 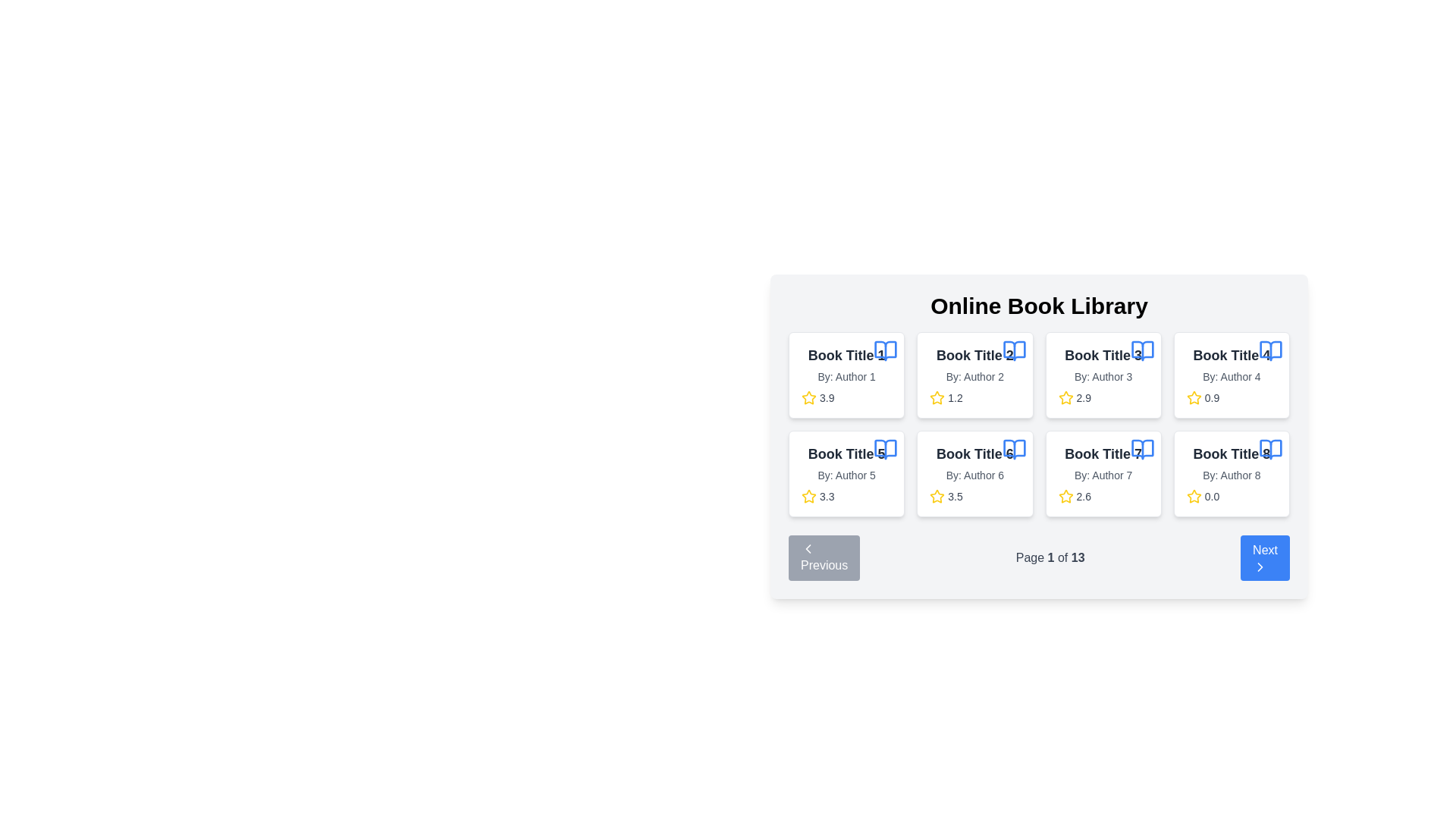 I want to click on the Open Book icon located in the upper right corner of the 'Book Title 7' card, so click(x=1142, y=449).